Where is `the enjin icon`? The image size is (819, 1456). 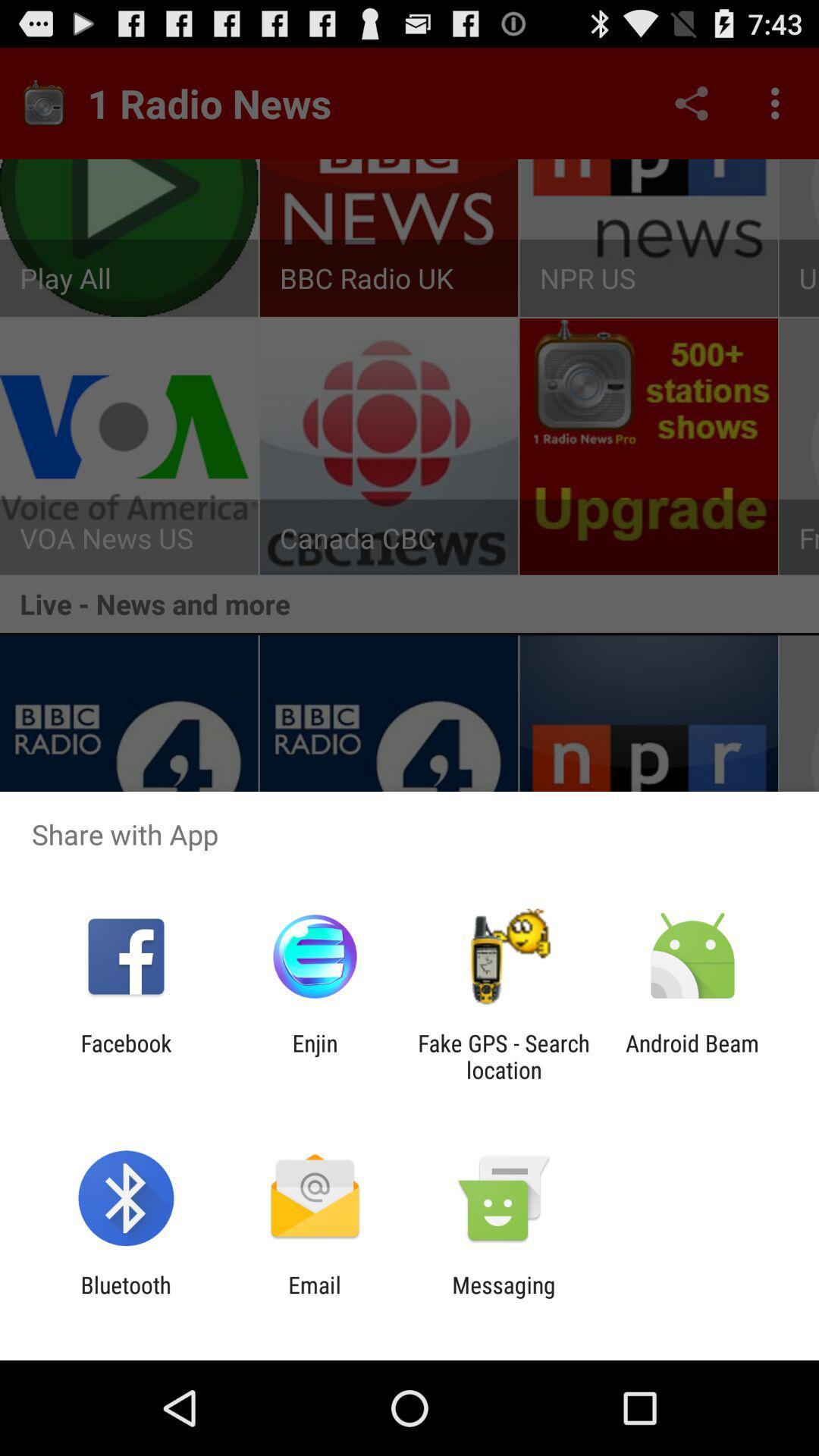
the enjin icon is located at coordinates (314, 1056).